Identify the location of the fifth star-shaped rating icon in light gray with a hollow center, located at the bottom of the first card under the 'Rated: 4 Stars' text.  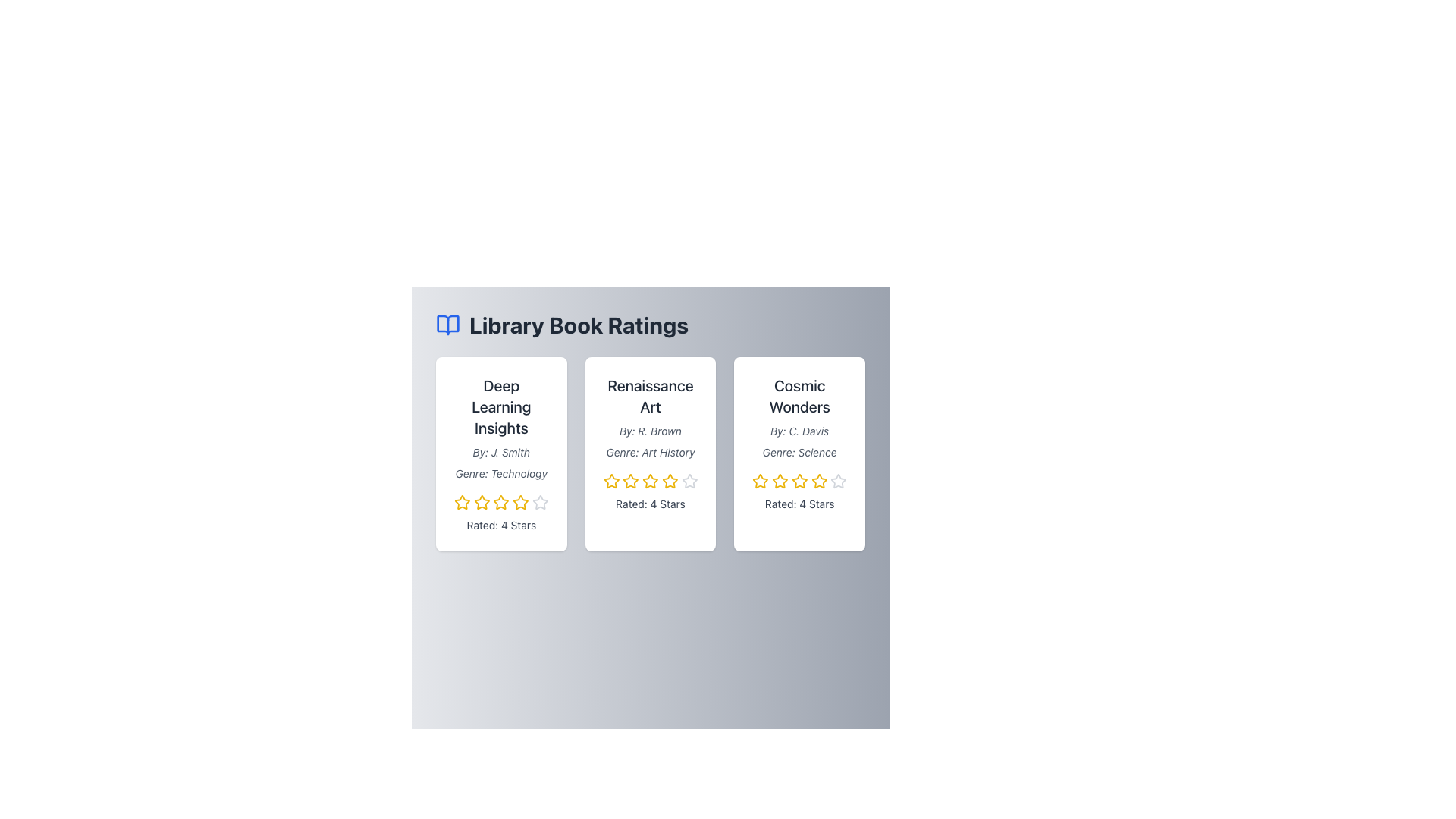
(540, 503).